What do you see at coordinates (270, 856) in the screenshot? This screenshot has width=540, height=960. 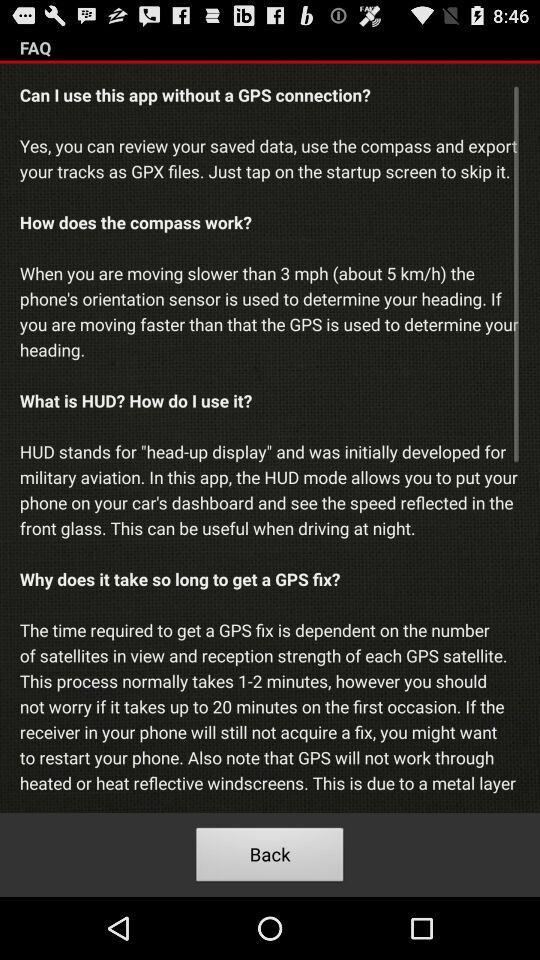 I see `the app below the can i use` at bounding box center [270, 856].